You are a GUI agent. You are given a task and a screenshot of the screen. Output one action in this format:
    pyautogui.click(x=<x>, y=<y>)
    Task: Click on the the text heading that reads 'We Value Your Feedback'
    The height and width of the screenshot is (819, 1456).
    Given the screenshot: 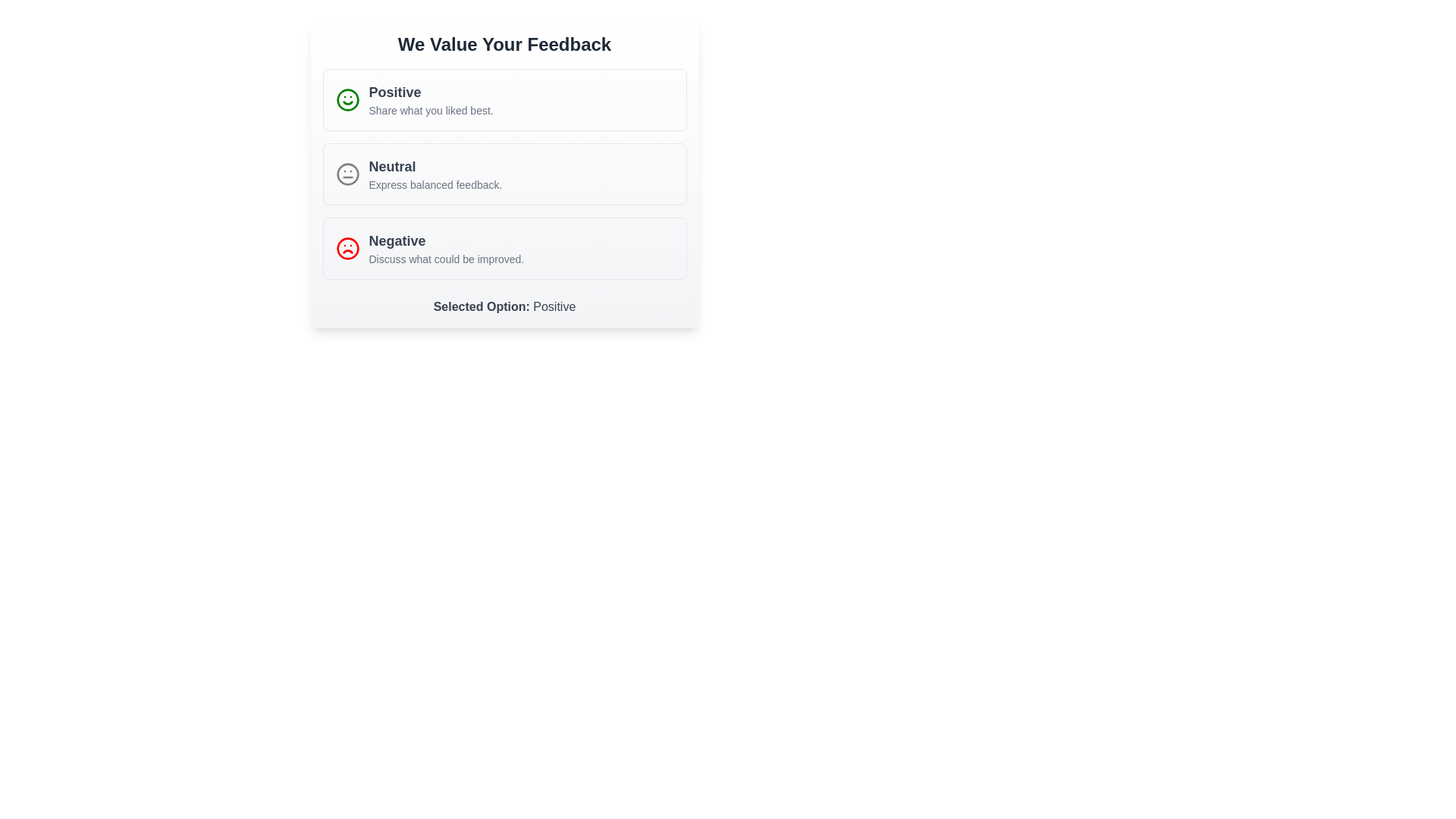 What is the action you would take?
    pyautogui.click(x=504, y=43)
    